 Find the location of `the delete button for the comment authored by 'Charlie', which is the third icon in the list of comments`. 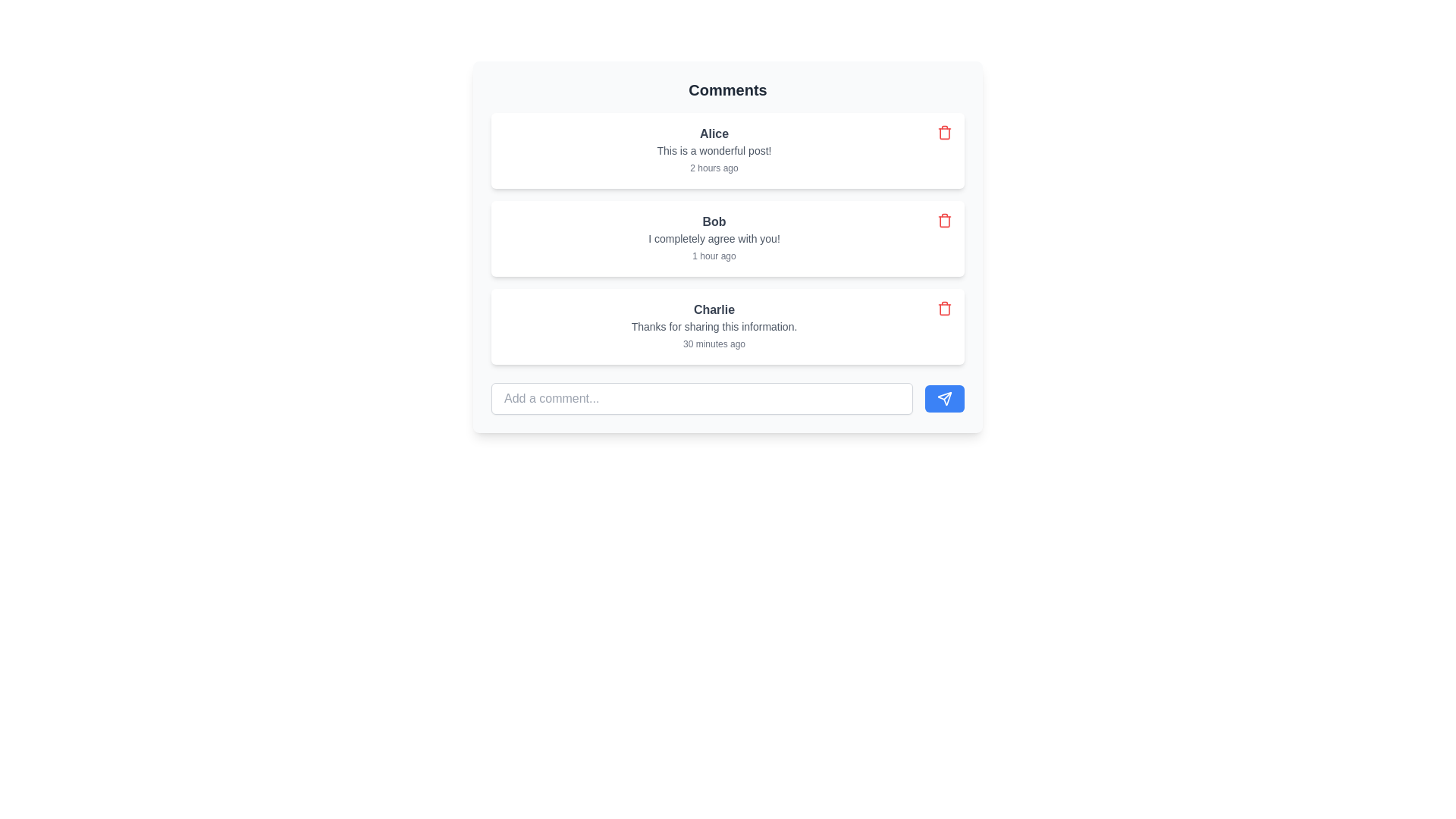

the delete button for the comment authored by 'Charlie', which is the third icon in the list of comments is located at coordinates (944, 308).